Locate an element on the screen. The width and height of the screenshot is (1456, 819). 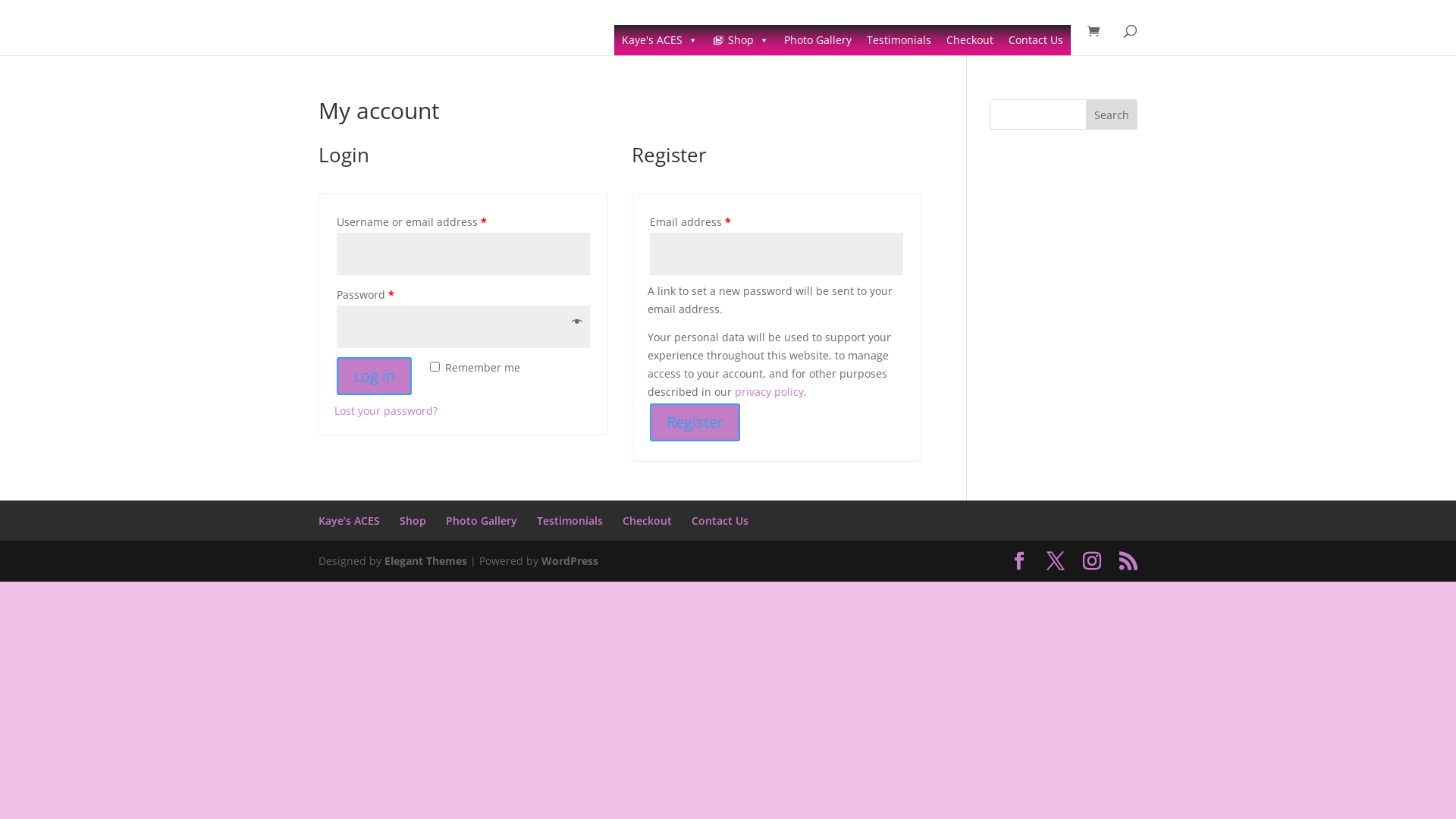
'Search' is located at coordinates (1084, 113).